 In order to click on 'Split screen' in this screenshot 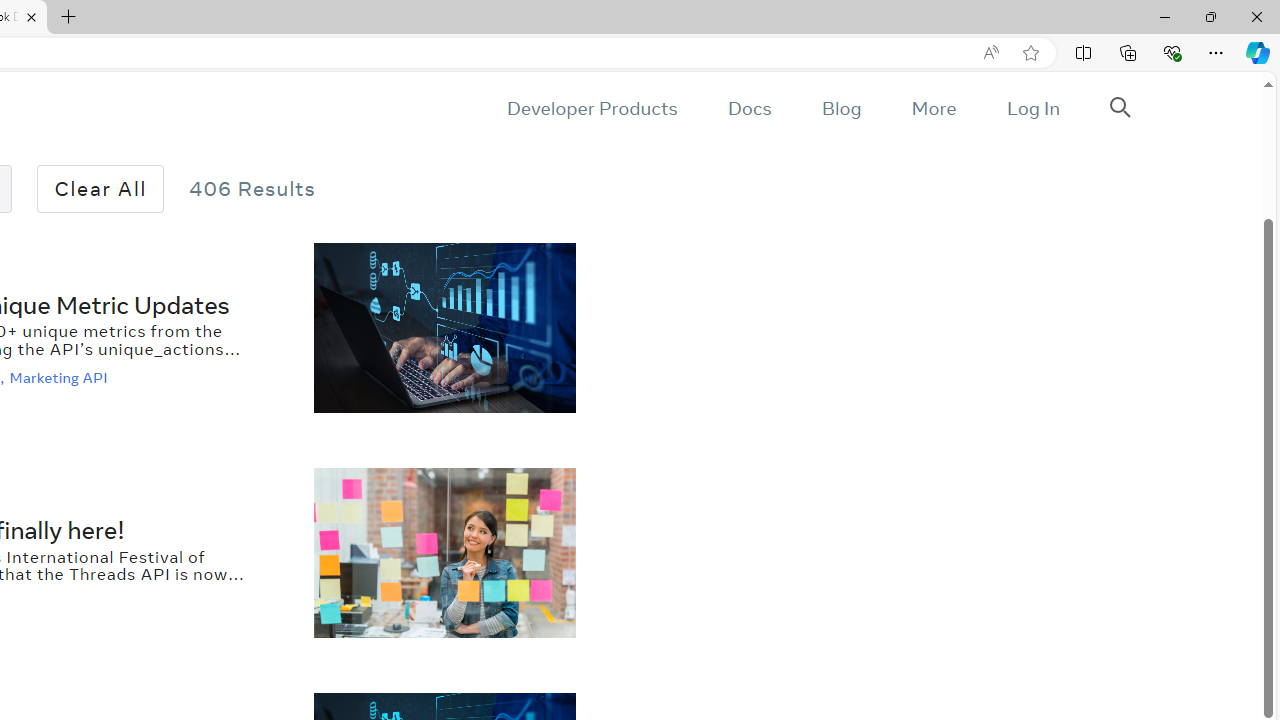, I will do `click(1082, 51)`.